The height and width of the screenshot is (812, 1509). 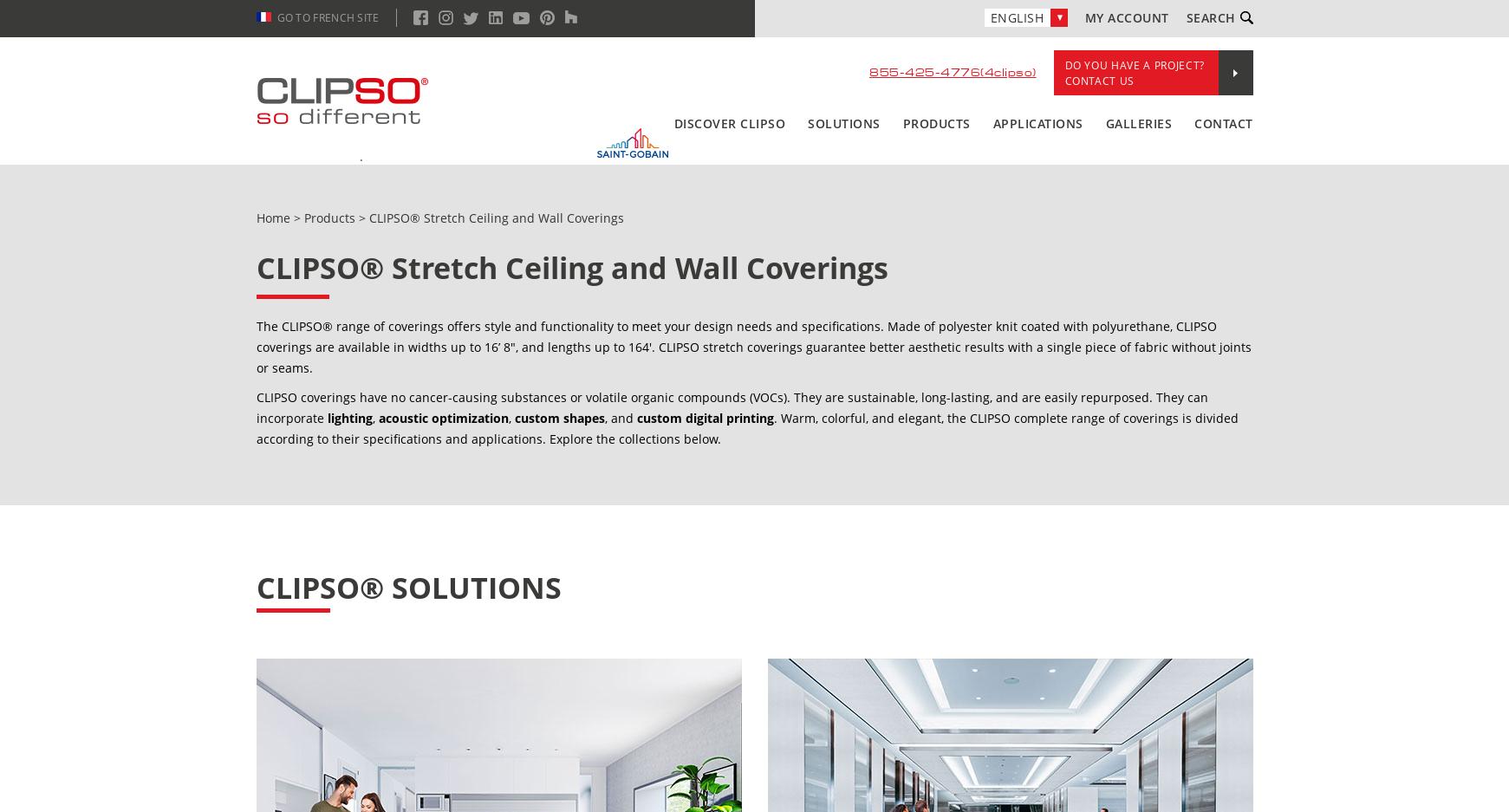 I want to click on 'Products', so click(x=328, y=217).